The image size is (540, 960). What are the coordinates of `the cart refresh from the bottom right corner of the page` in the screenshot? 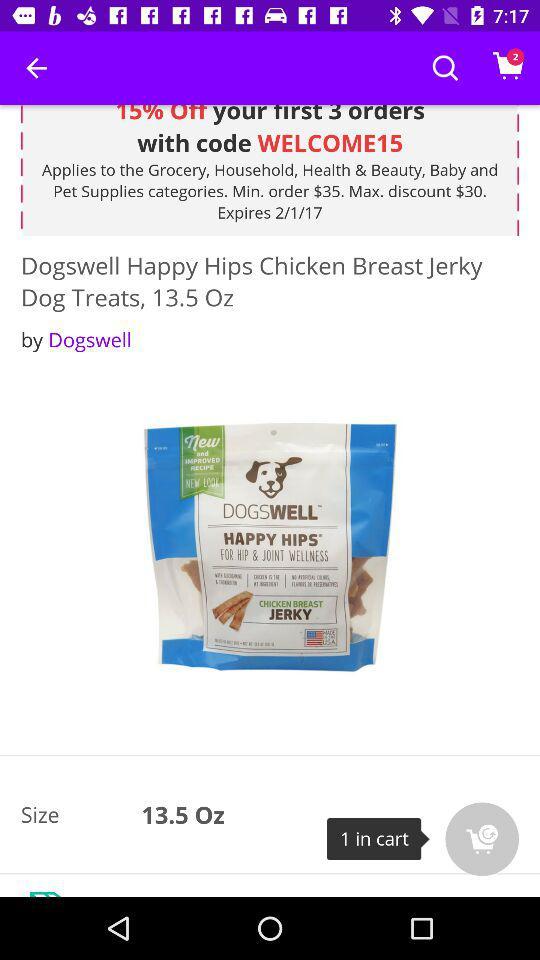 It's located at (481, 839).